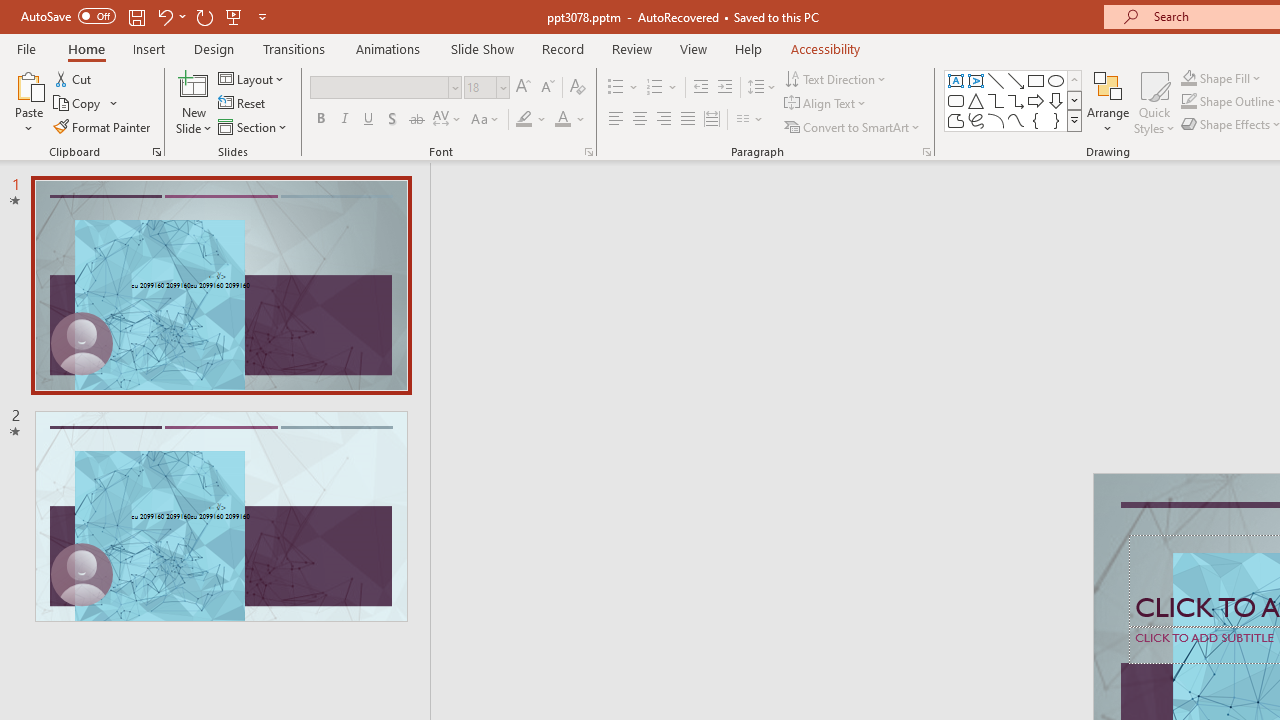 The width and height of the screenshot is (1280, 720). What do you see at coordinates (976, 100) in the screenshot?
I see `'Isosceles Triangle'` at bounding box center [976, 100].